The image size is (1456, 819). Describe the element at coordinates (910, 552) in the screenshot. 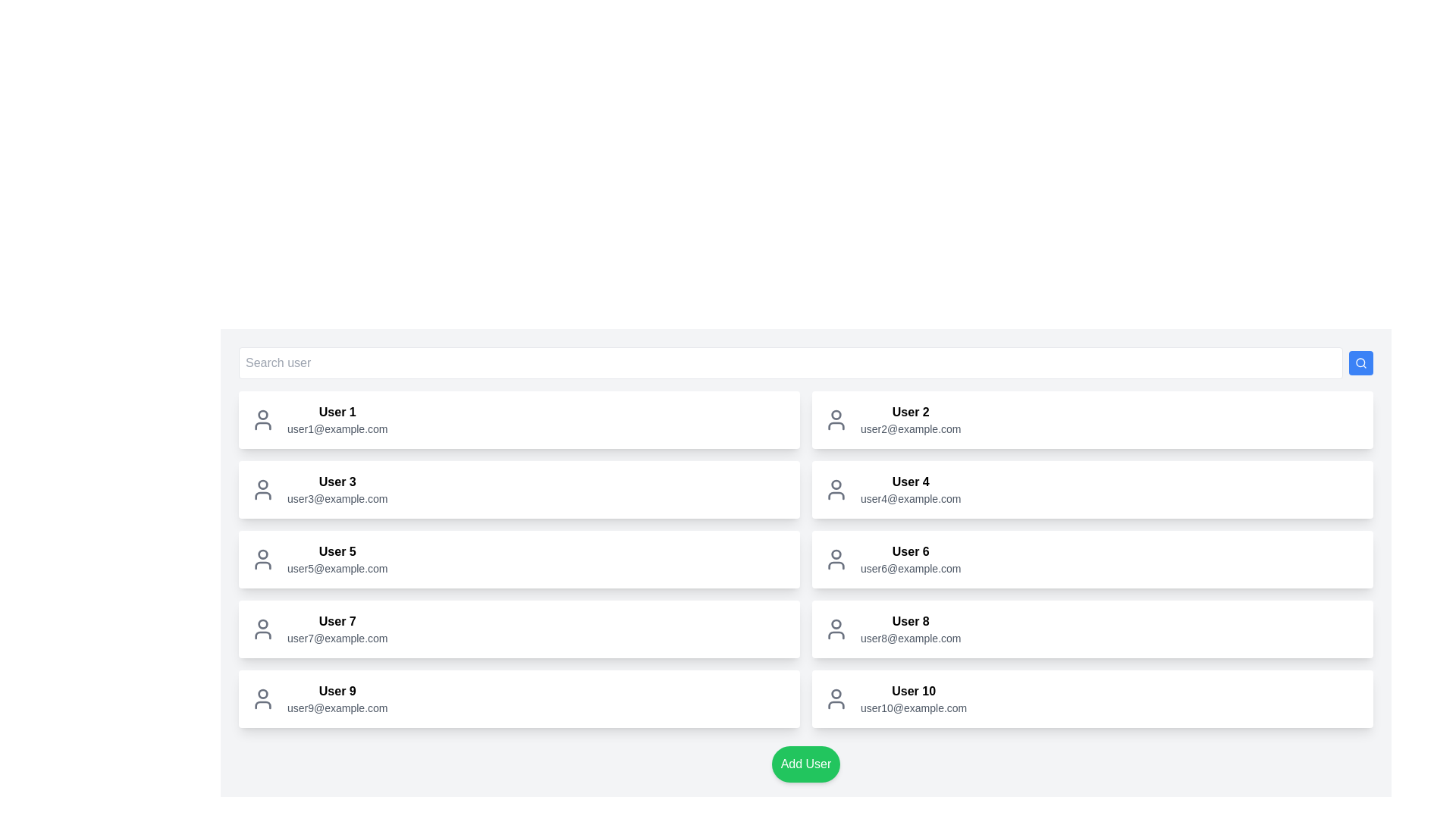

I see `the bold username 'User 6' in the right column of the user list` at that location.